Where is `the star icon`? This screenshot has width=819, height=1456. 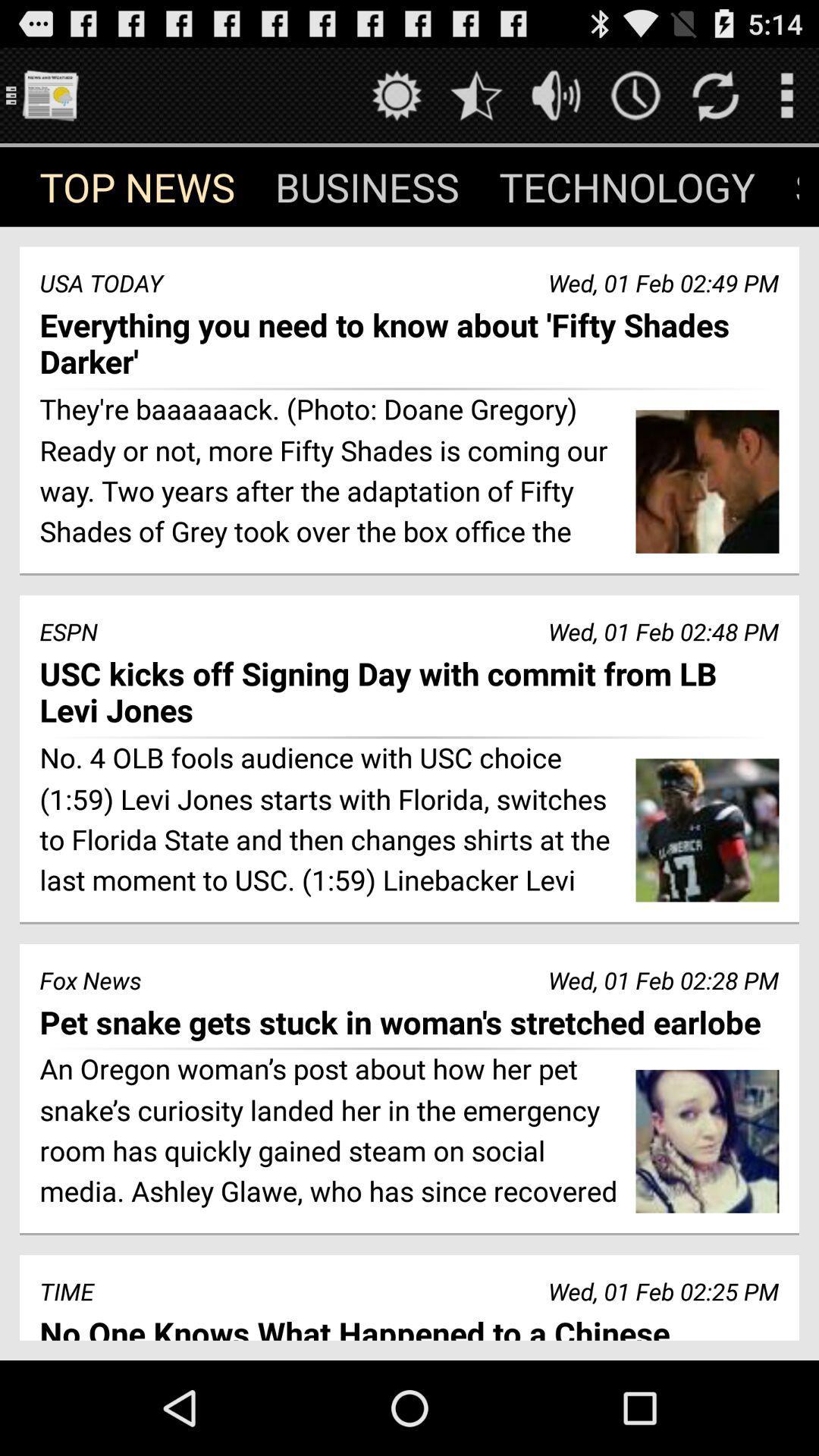
the star icon is located at coordinates (475, 101).